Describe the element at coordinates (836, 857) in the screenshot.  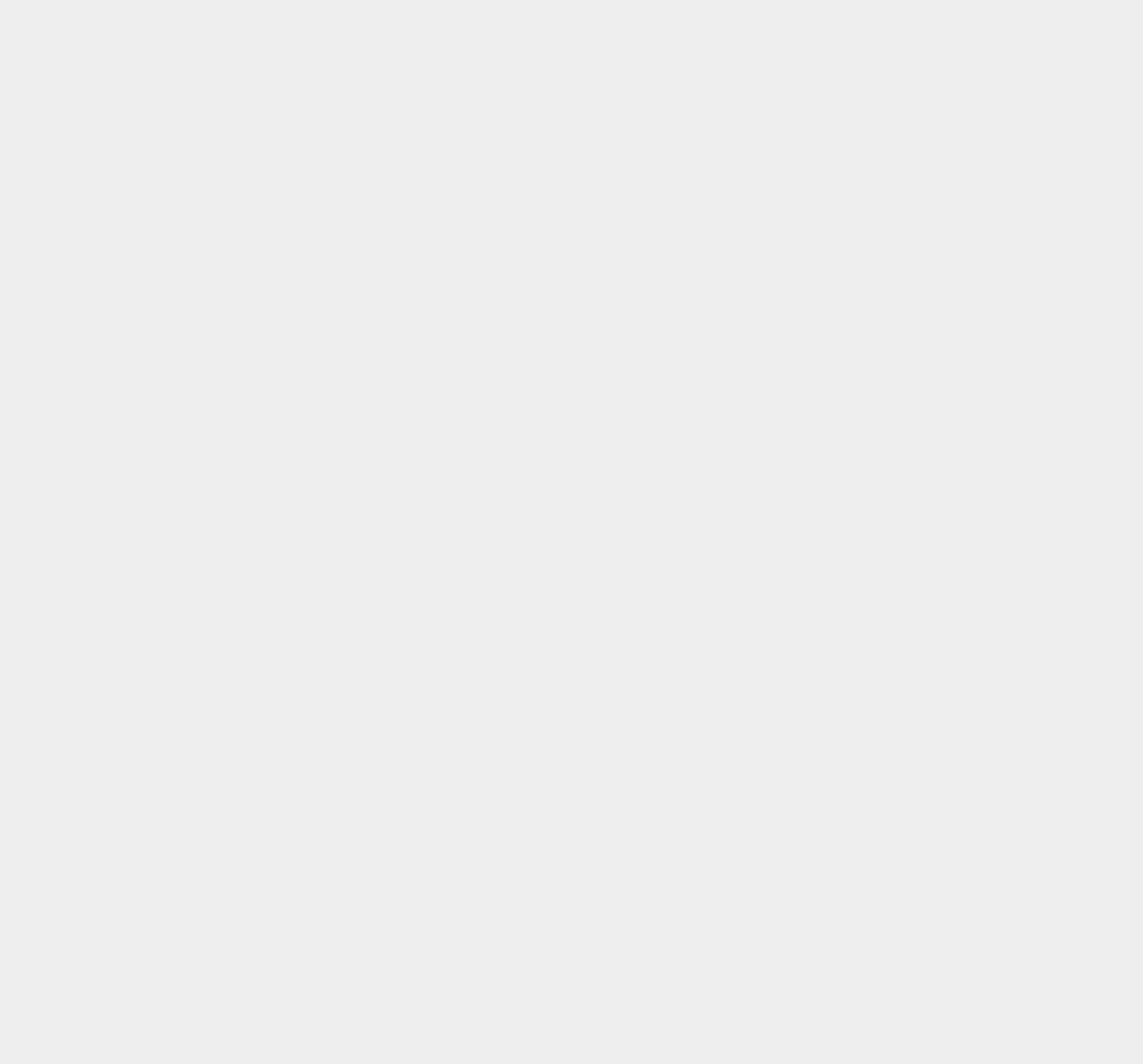
I see `'KingRoot'` at that location.